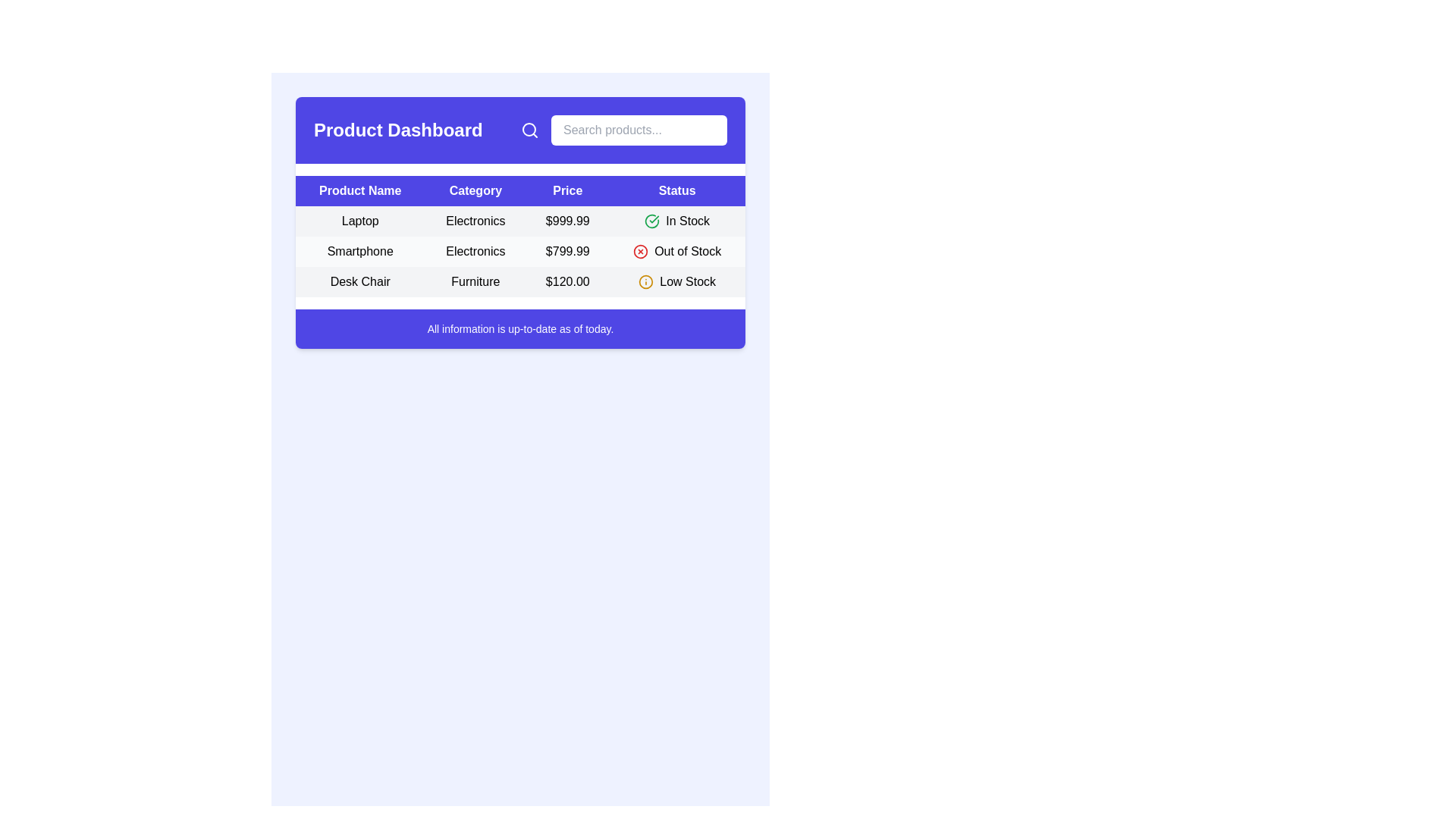 This screenshot has height=819, width=1456. I want to click on informational text displaying 'All information is up-to-date as of today.' located at the bottom of the interface, within a purple rectangular background, so click(520, 328).